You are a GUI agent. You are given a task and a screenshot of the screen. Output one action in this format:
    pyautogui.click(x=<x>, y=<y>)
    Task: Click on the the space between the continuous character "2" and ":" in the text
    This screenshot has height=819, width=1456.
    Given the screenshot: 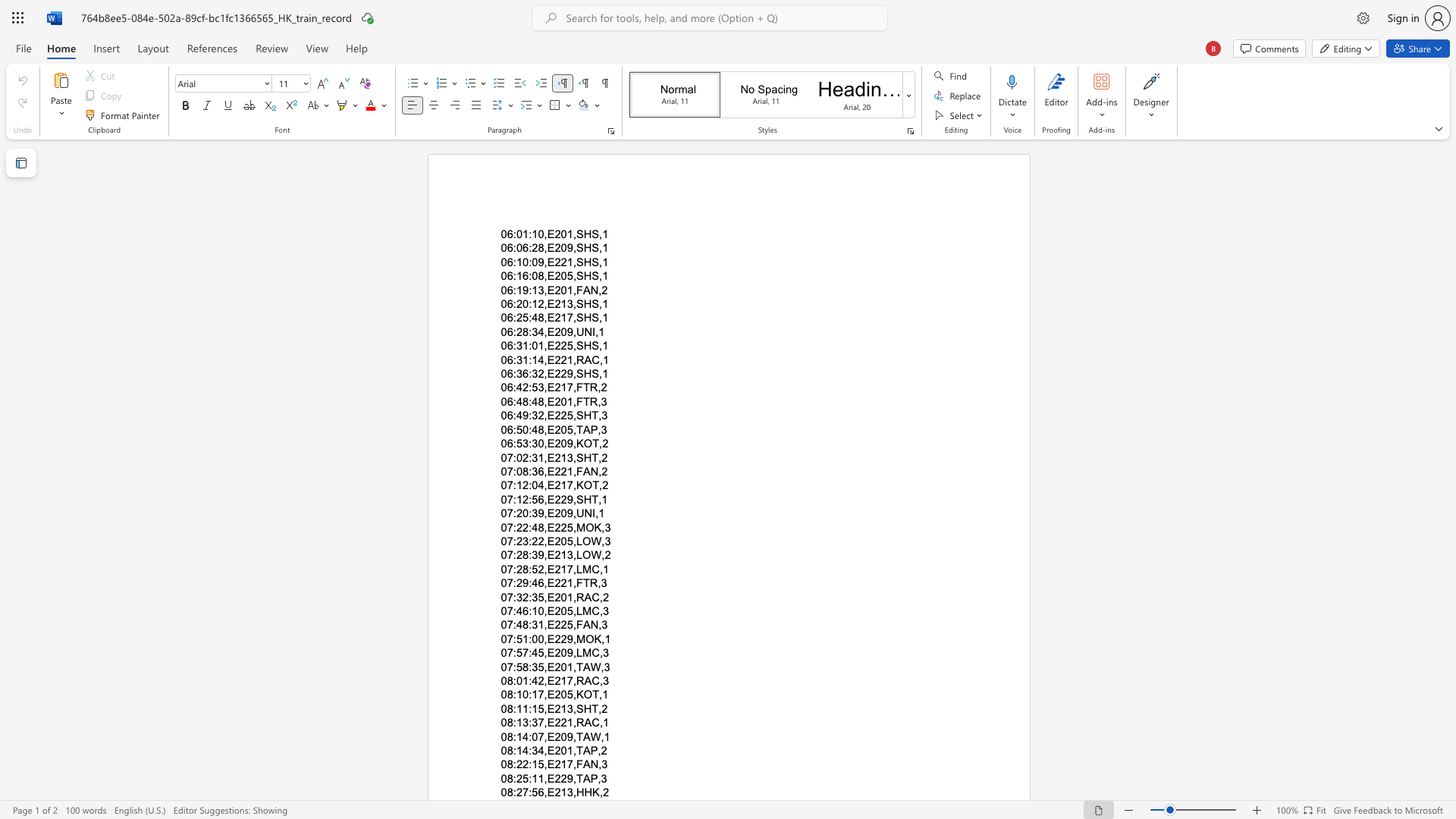 What is the action you would take?
    pyautogui.click(x=528, y=764)
    